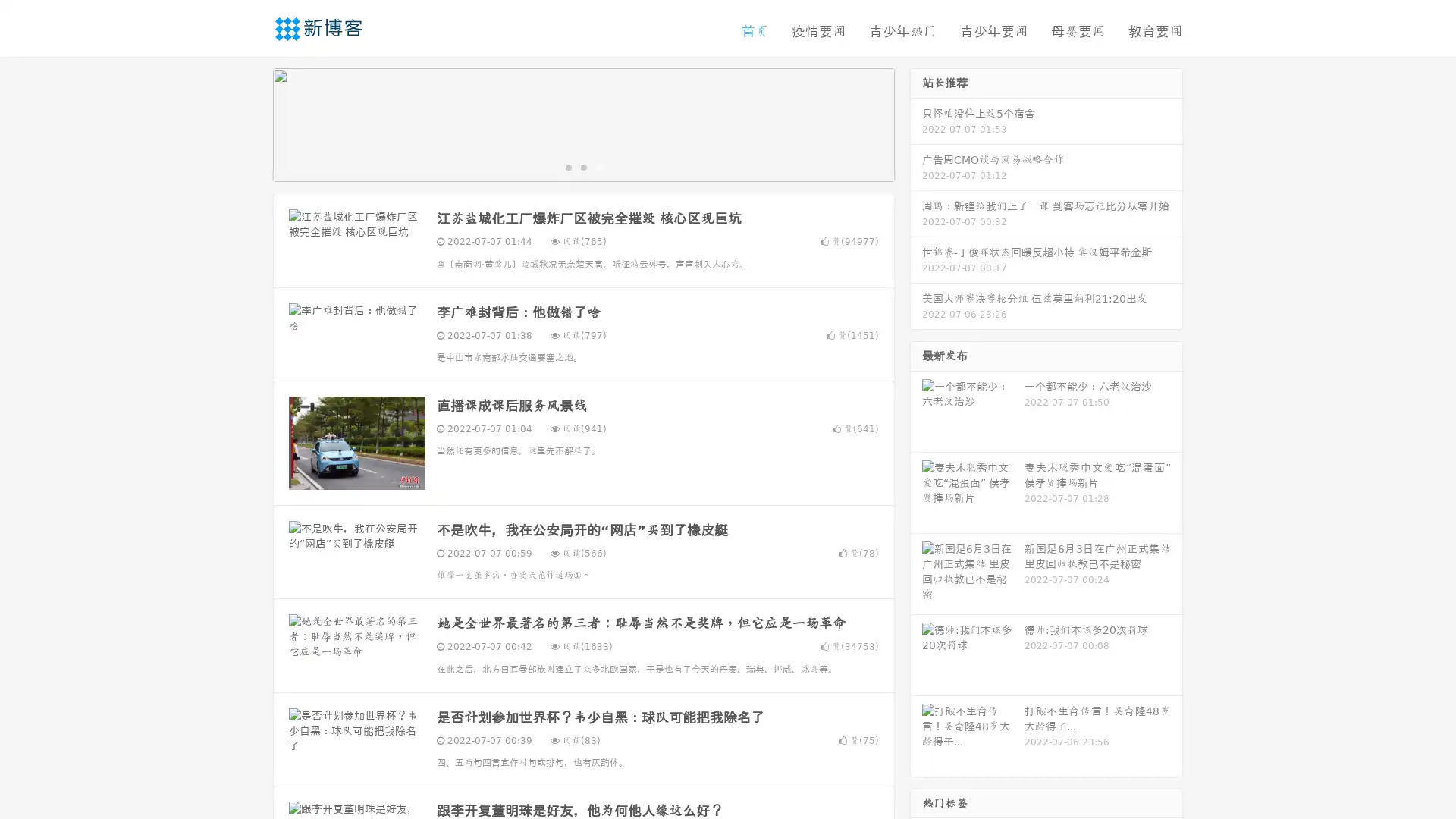 Image resolution: width=1456 pixels, height=819 pixels. I want to click on Go to slide 1, so click(567, 171).